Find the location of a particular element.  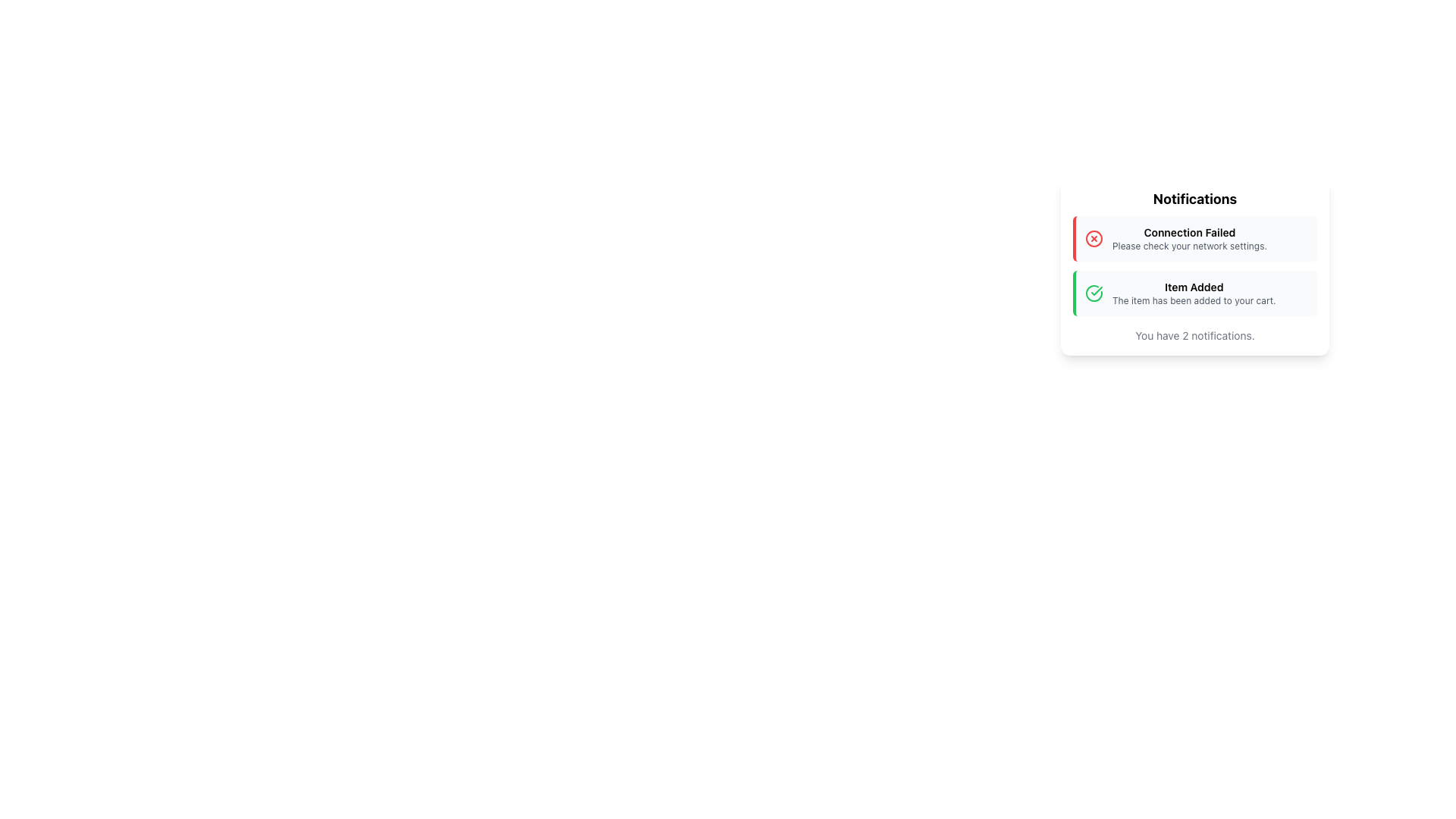

the green checkmark icon in the Notifications section to associate it with the related notification 'Item Added' is located at coordinates (1094, 293).